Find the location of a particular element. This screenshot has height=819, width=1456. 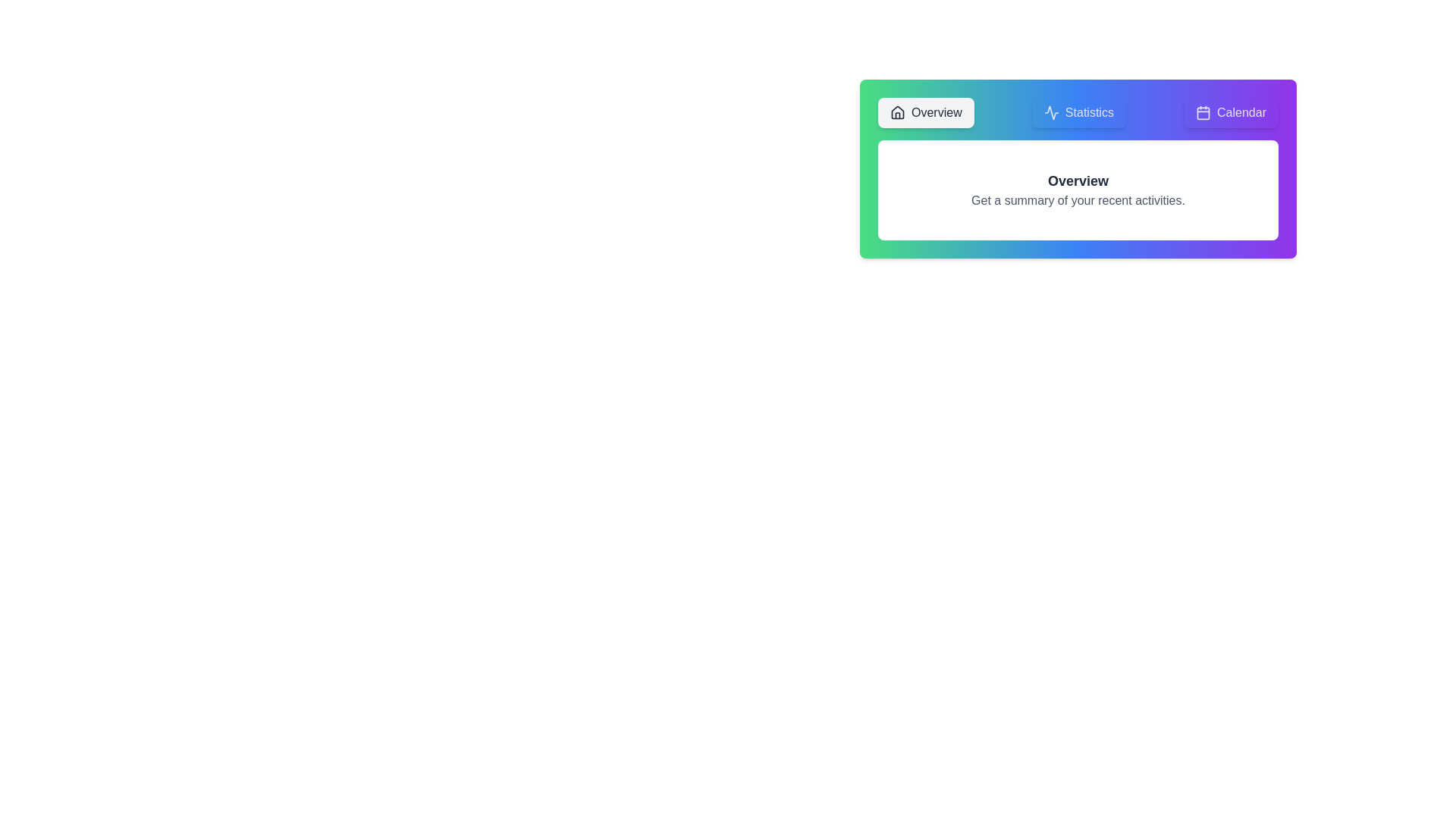

the tab labeled Overview is located at coordinates (924, 112).